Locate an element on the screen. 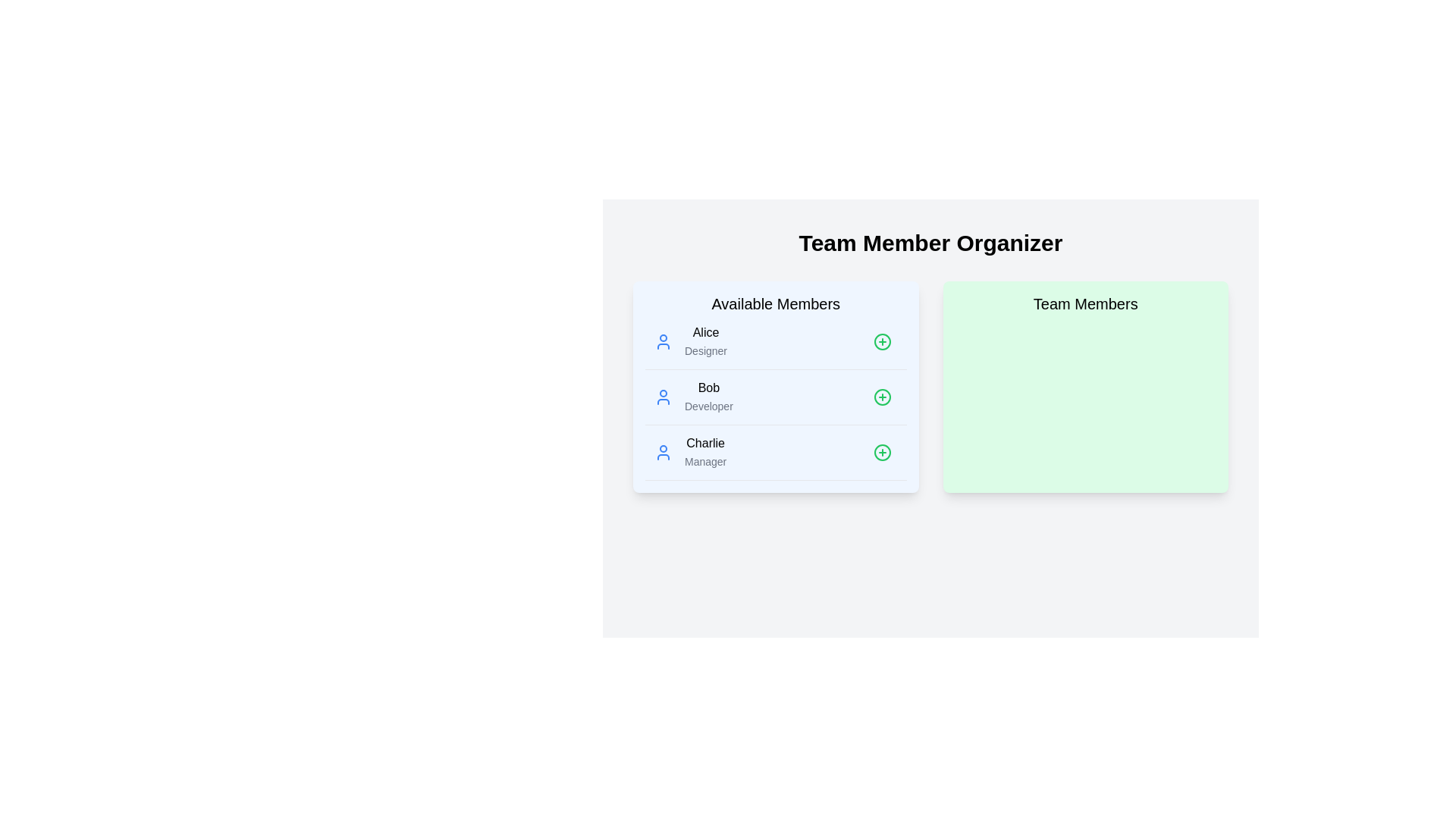  the Text display that contains 'Charlie' in bold above and 'Manager' in gray beneath it, located in the third row of the 'Available Members' panel is located at coordinates (704, 452).